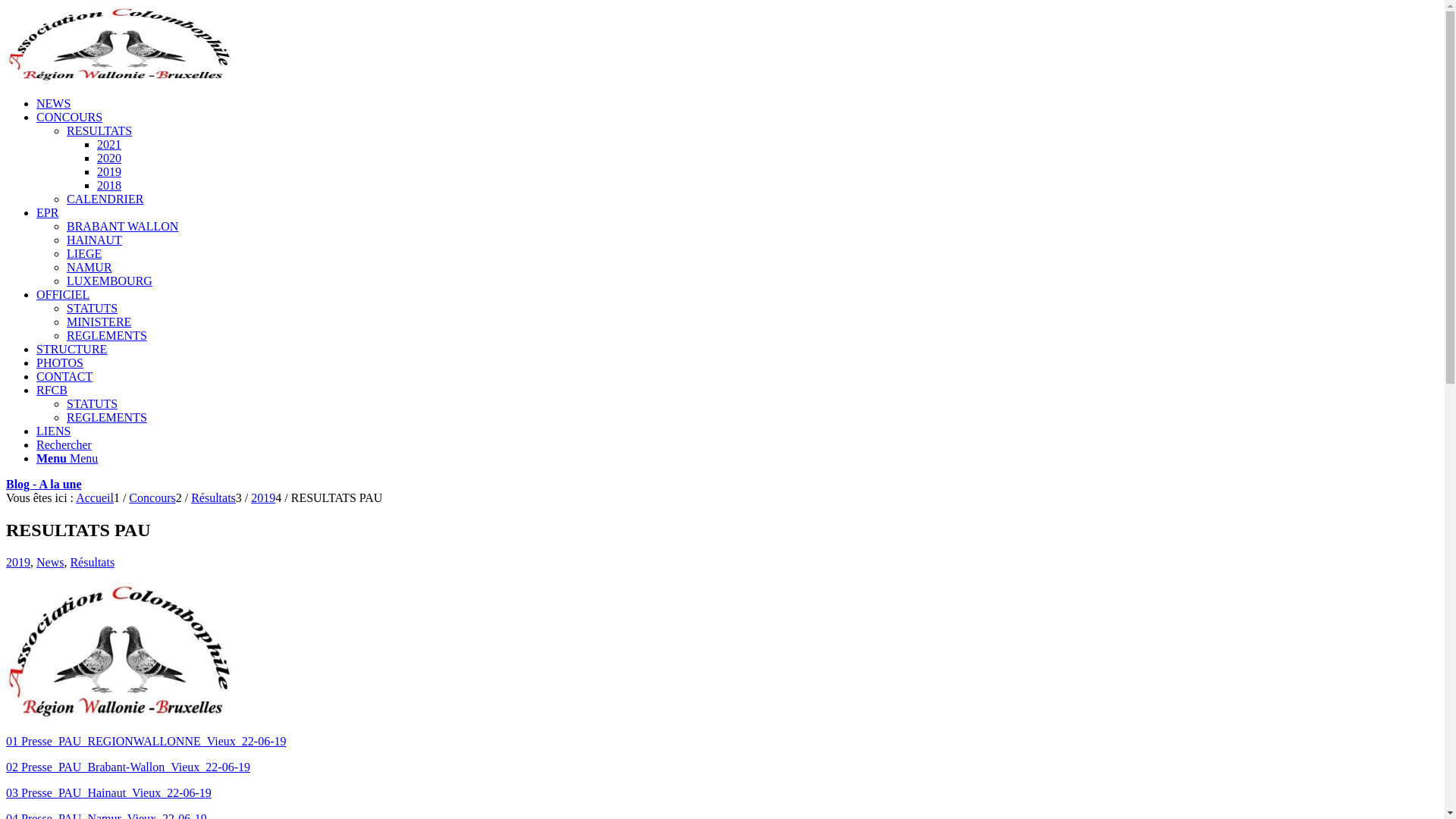 This screenshot has width=1456, height=819. What do you see at coordinates (18, 562) in the screenshot?
I see `'2019'` at bounding box center [18, 562].